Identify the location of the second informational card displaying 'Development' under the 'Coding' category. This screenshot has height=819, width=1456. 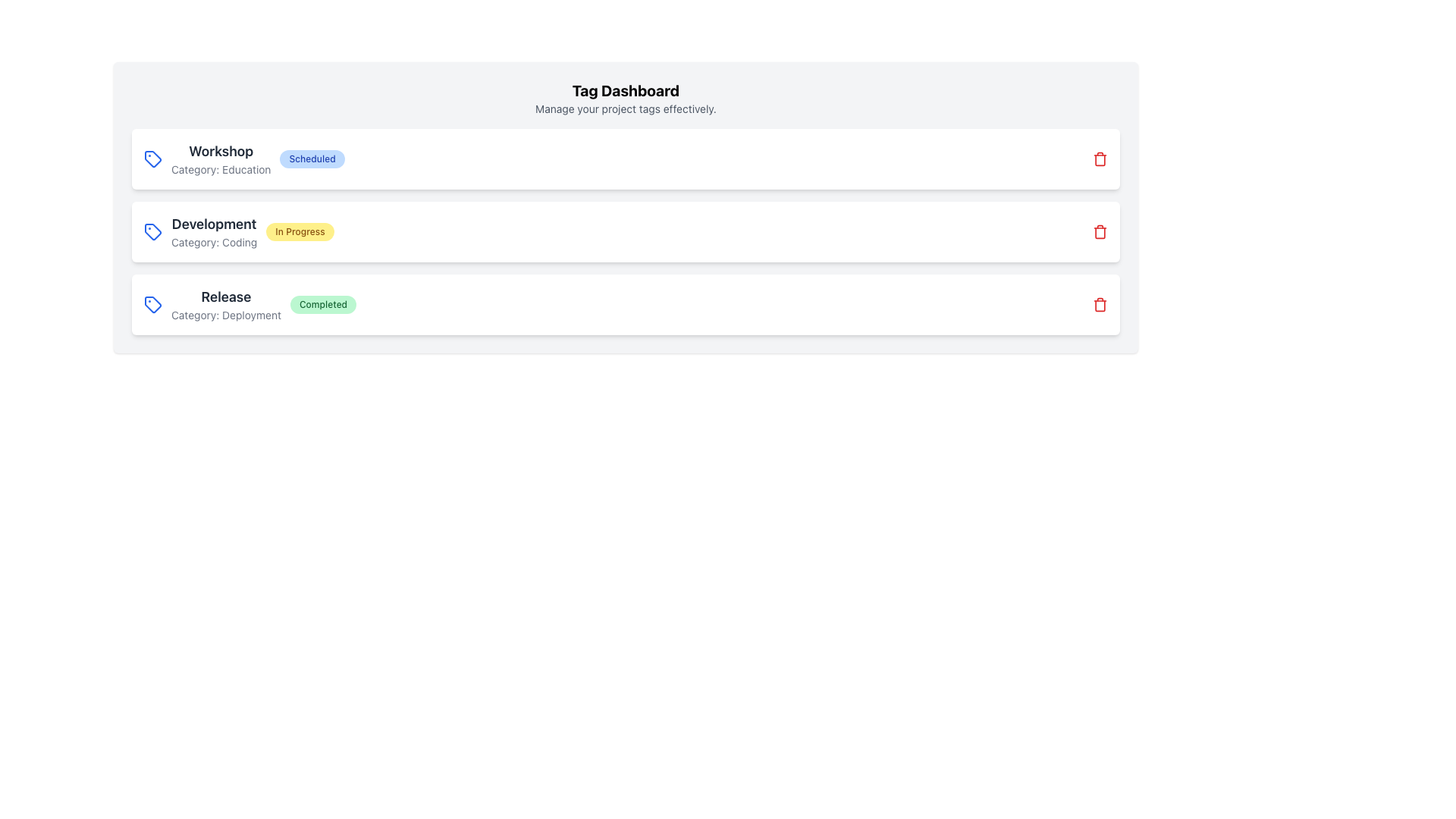
(626, 231).